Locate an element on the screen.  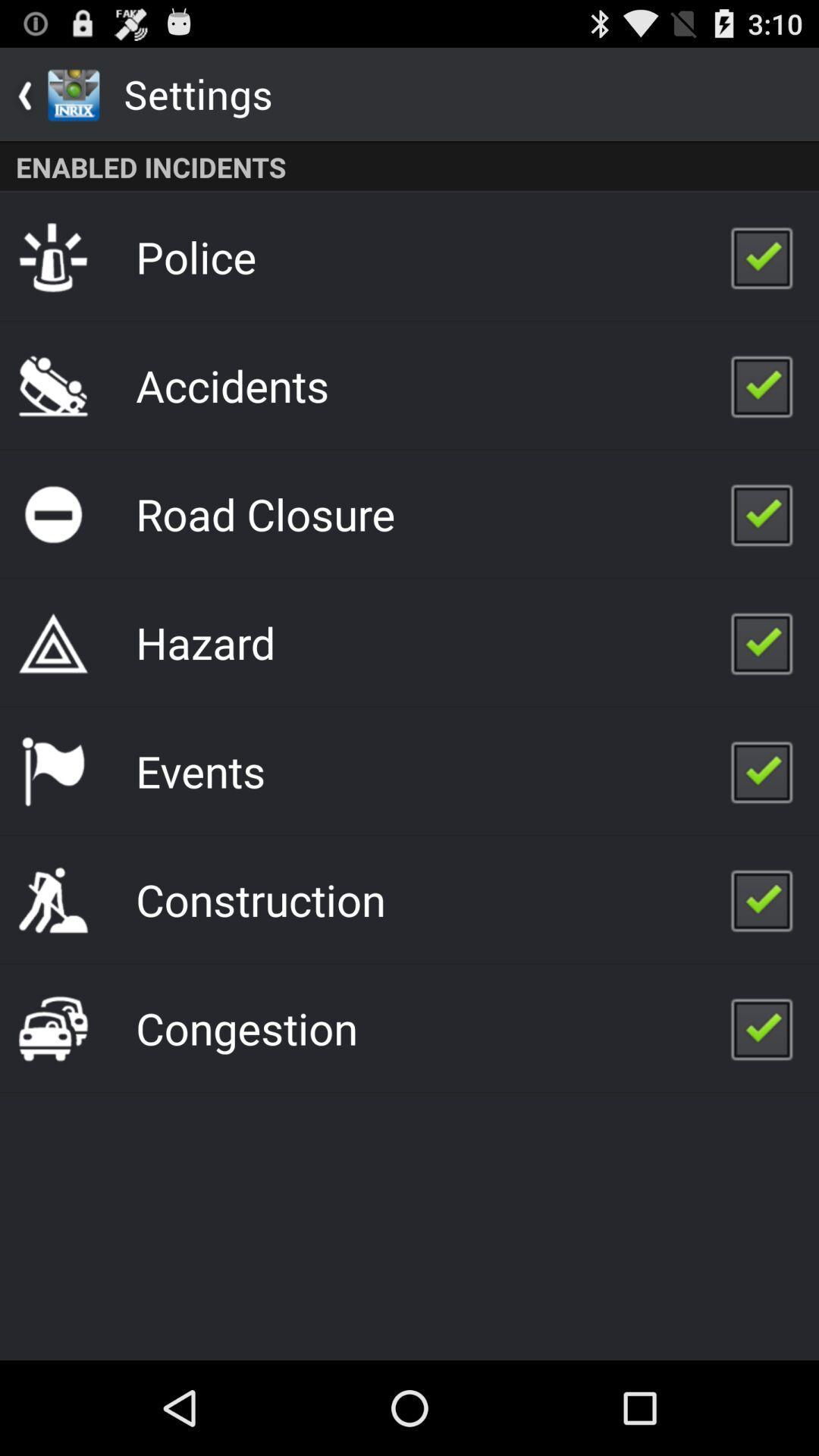
the item above road closure is located at coordinates (232, 385).